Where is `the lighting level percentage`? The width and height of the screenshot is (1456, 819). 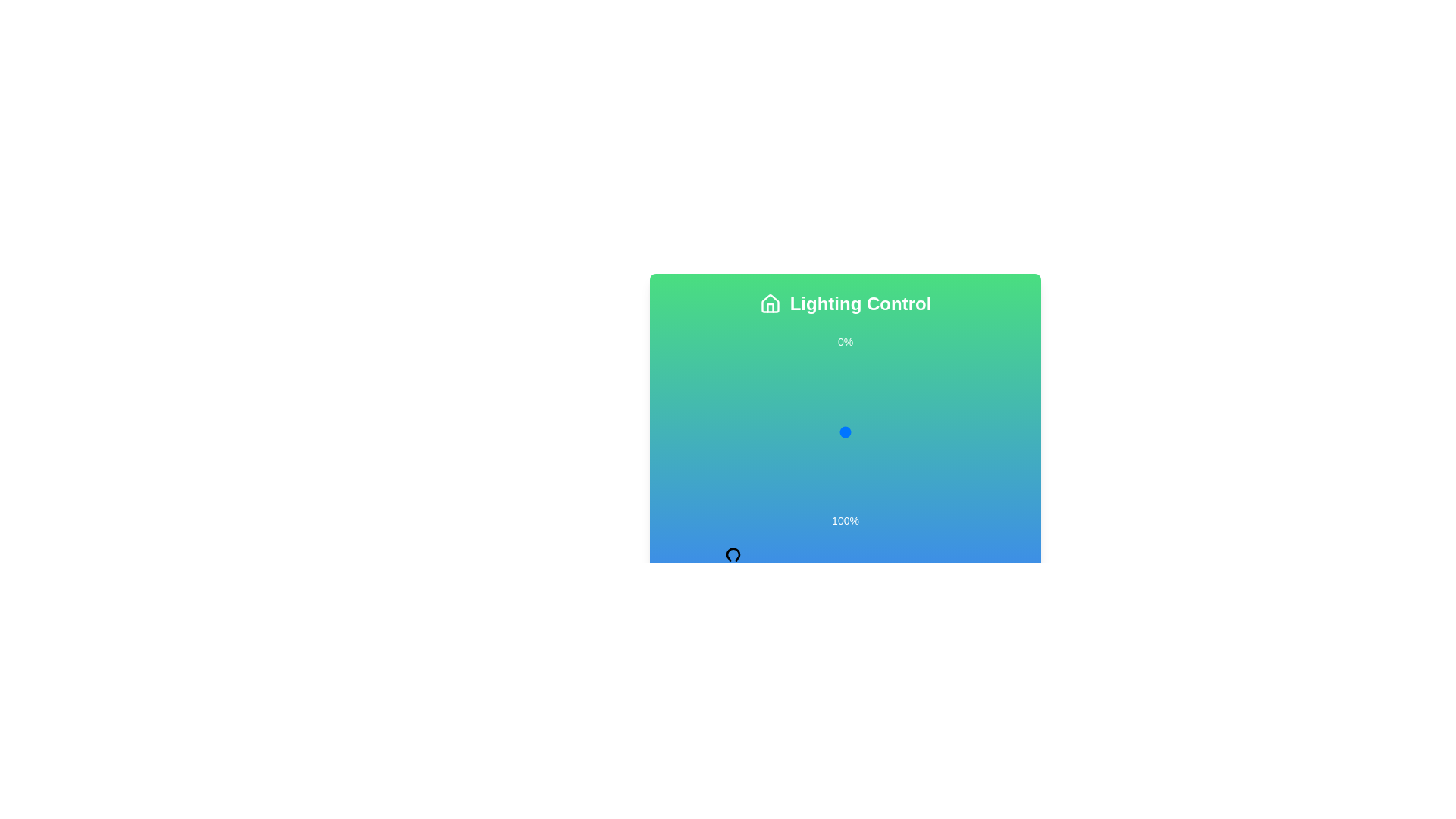
the lighting level percentage is located at coordinates (883, 431).